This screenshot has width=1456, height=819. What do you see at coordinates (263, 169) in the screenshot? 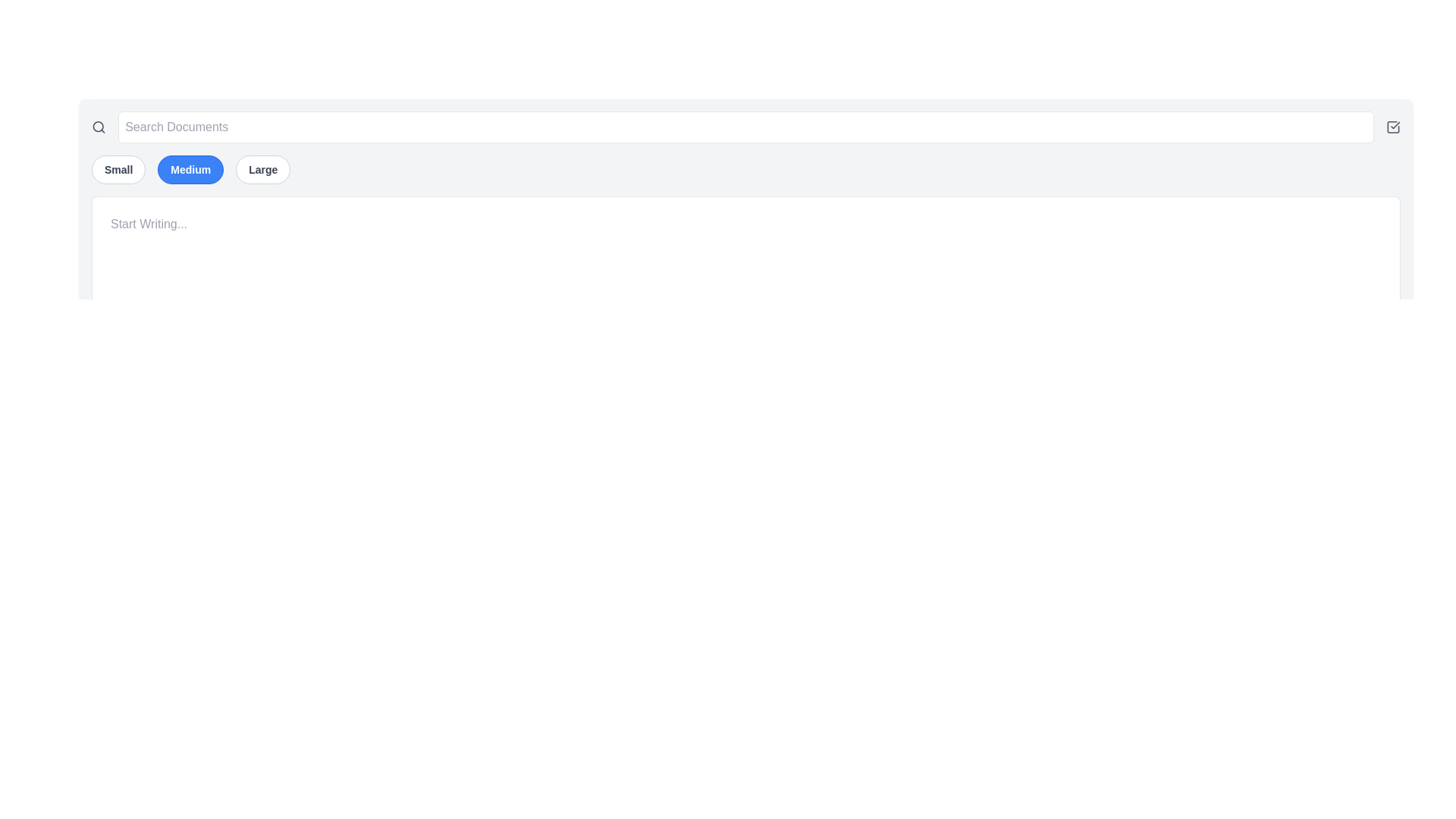
I see `the 'Large' button, which is the third button in a row of three` at bounding box center [263, 169].